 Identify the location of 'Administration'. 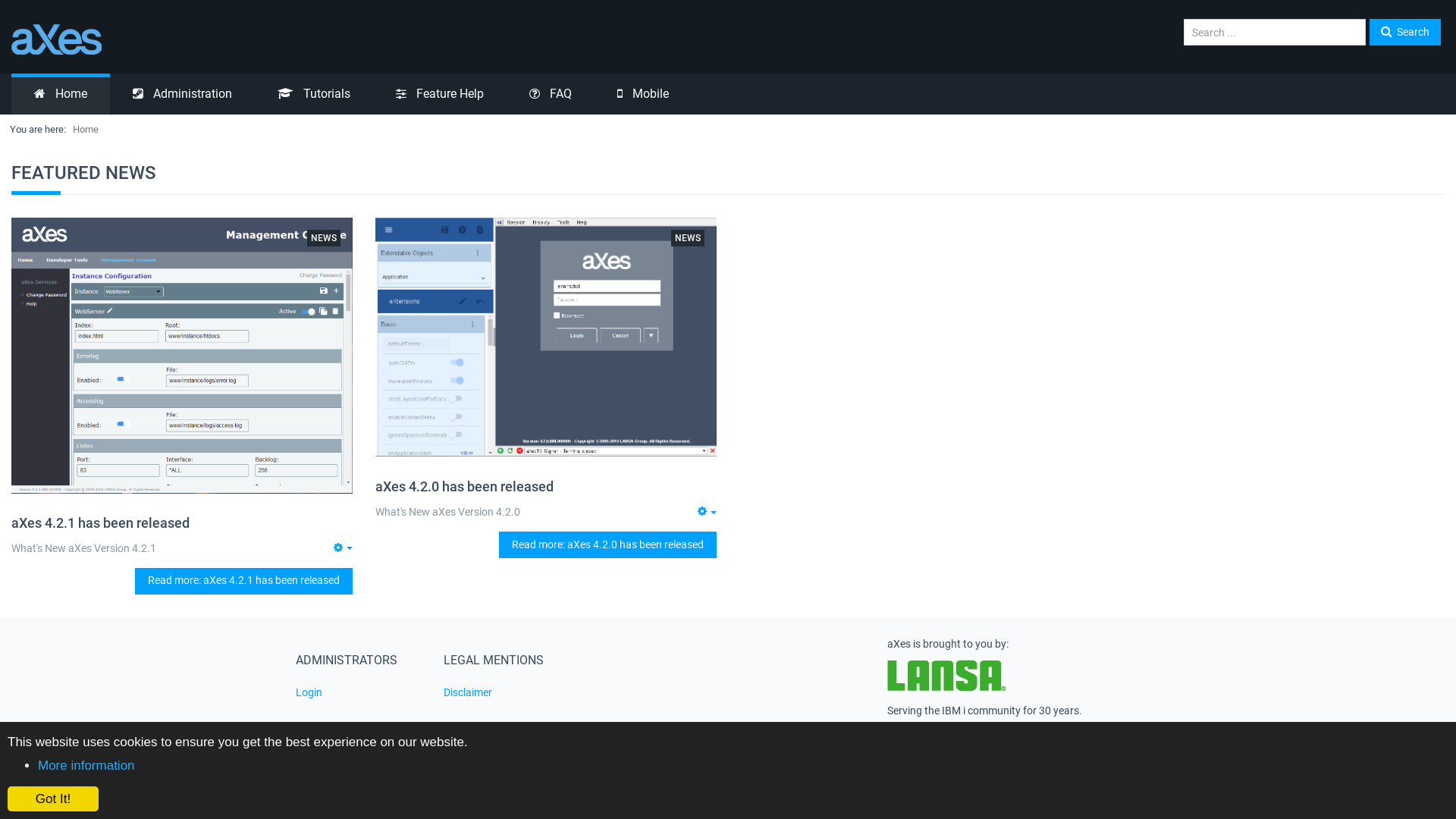
(182, 93).